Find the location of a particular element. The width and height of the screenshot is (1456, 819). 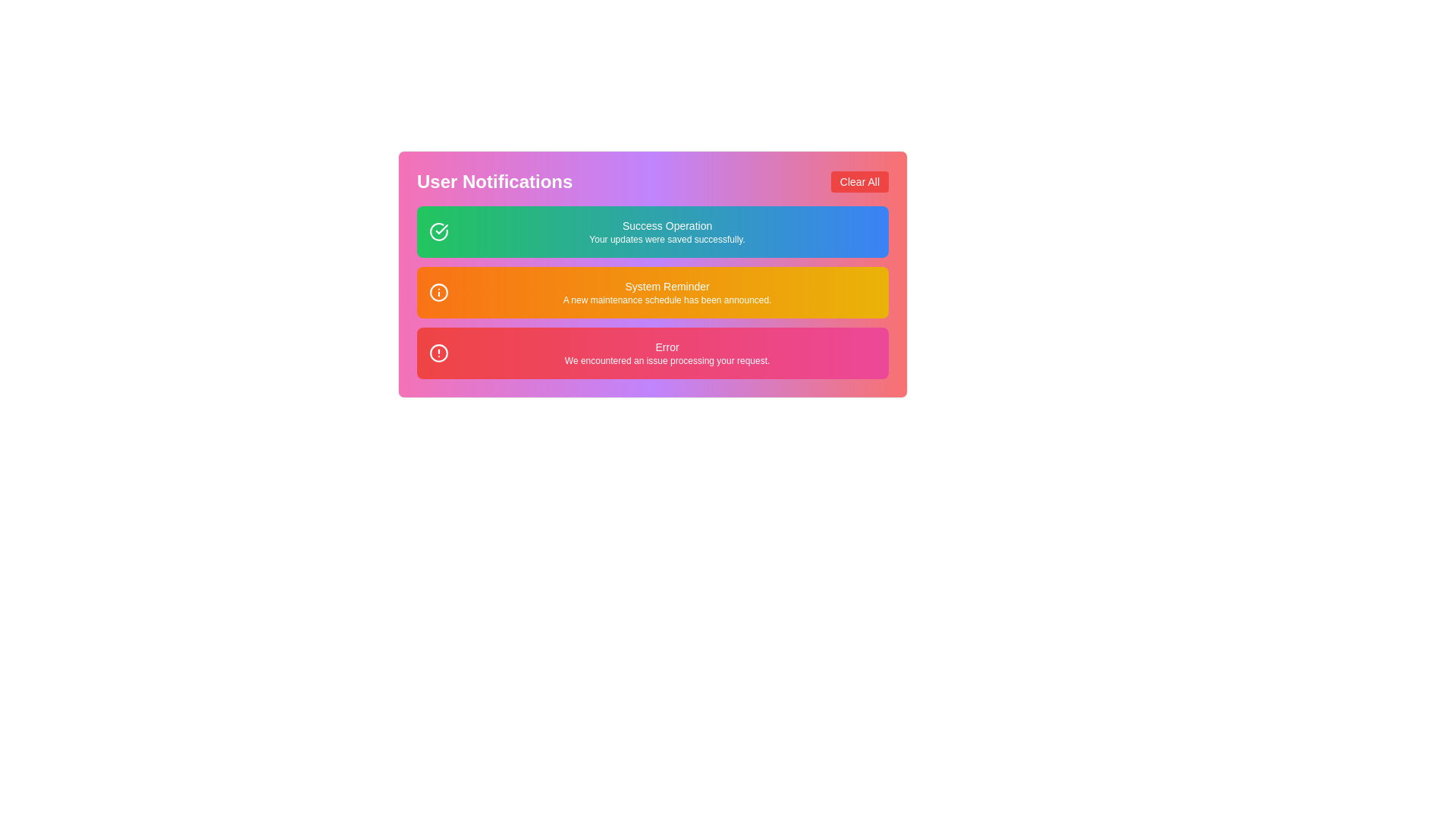

static text content that provides important information about the updated maintenance schedule, located in the orange-to-yellow gradient panel beneath the 'System Reminder' heading is located at coordinates (667, 300).